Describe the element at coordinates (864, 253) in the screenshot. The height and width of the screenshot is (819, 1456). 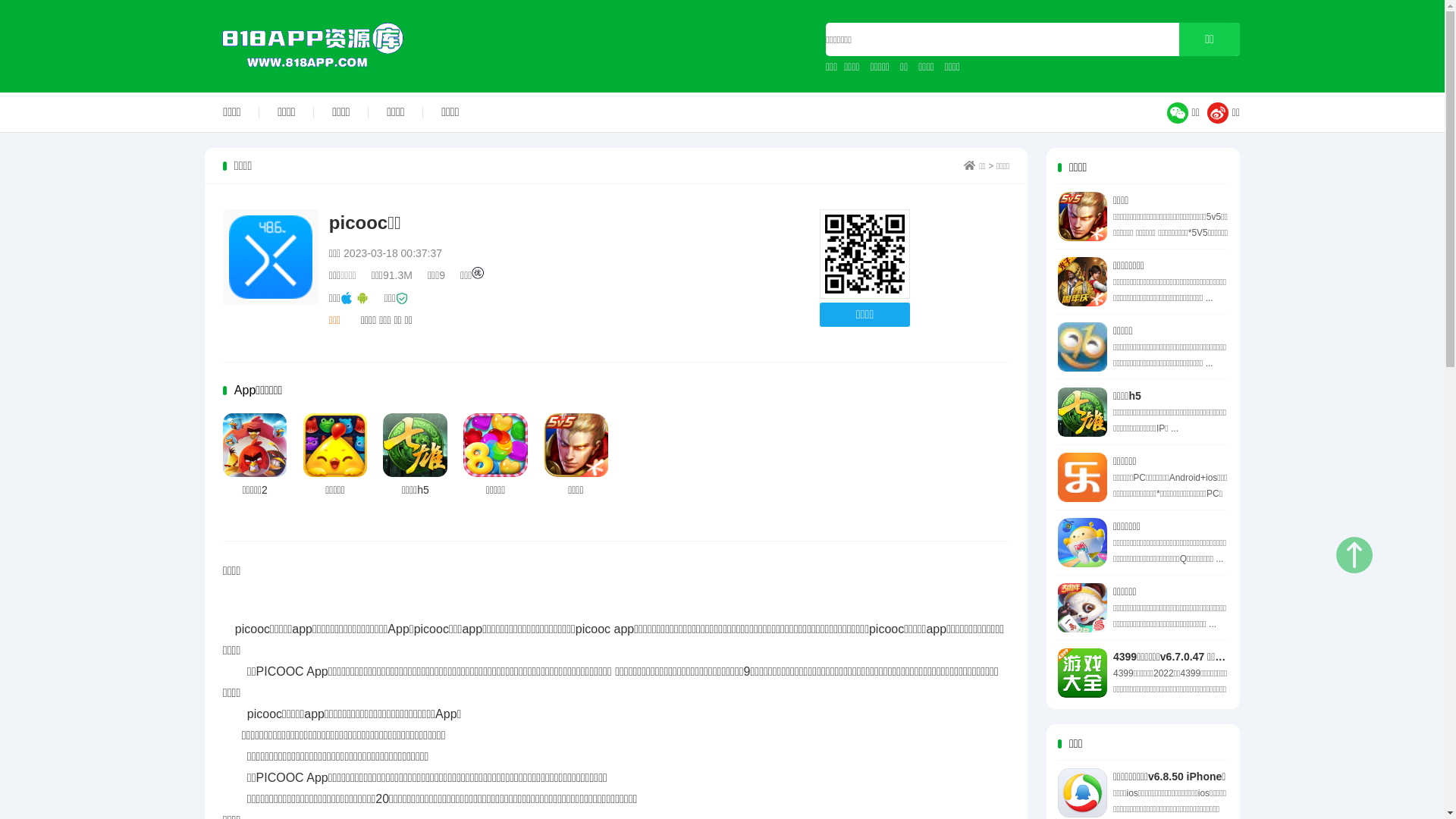
I see `'http://www.818app.com'` at that location.